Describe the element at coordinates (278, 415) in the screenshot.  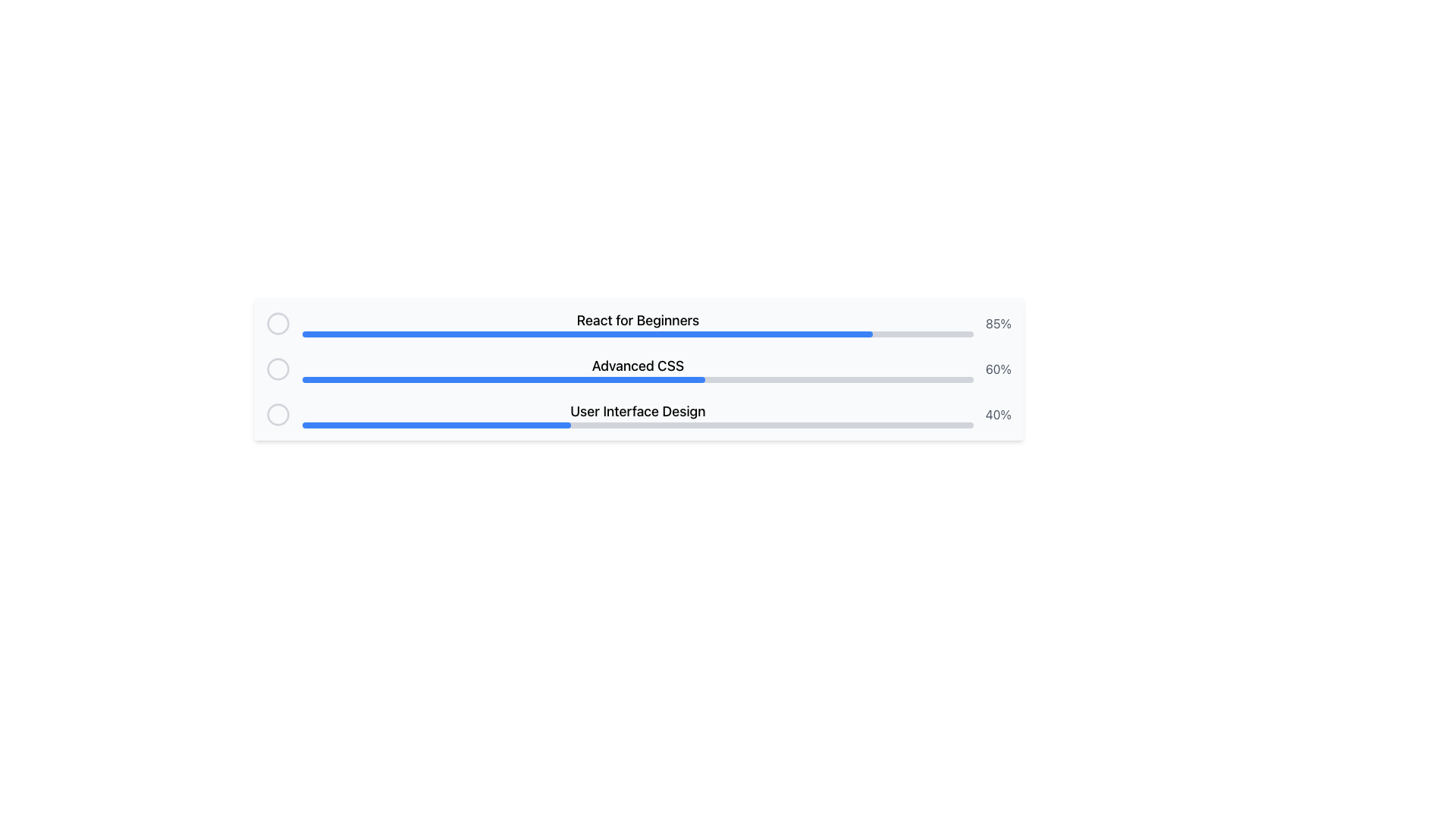
I see `the unselected circular marker located to the left of the text label 'User Interface Design' within the third item of a vertically listed group` at that location.